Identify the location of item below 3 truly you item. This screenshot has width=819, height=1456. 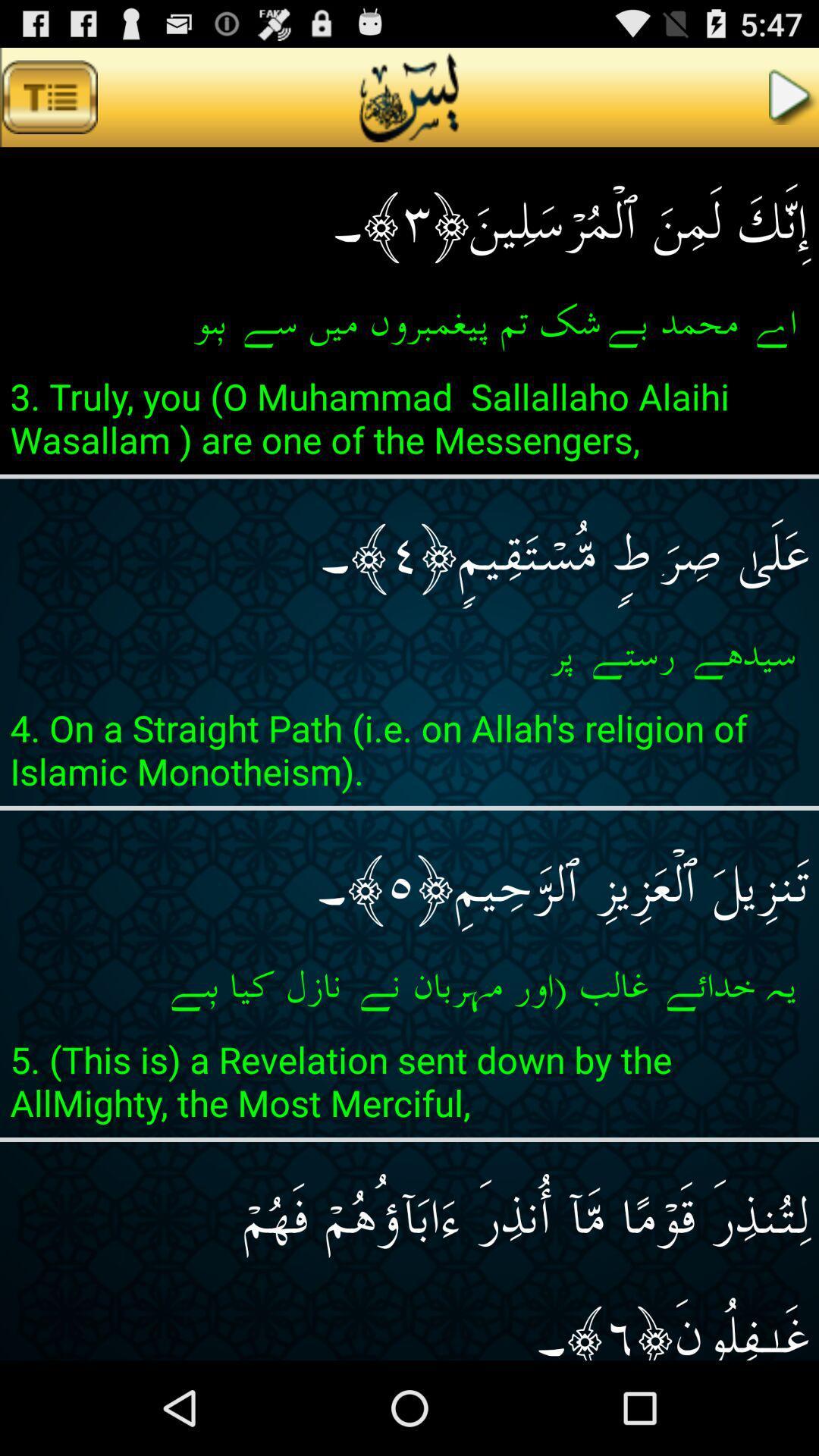
(409, 543).